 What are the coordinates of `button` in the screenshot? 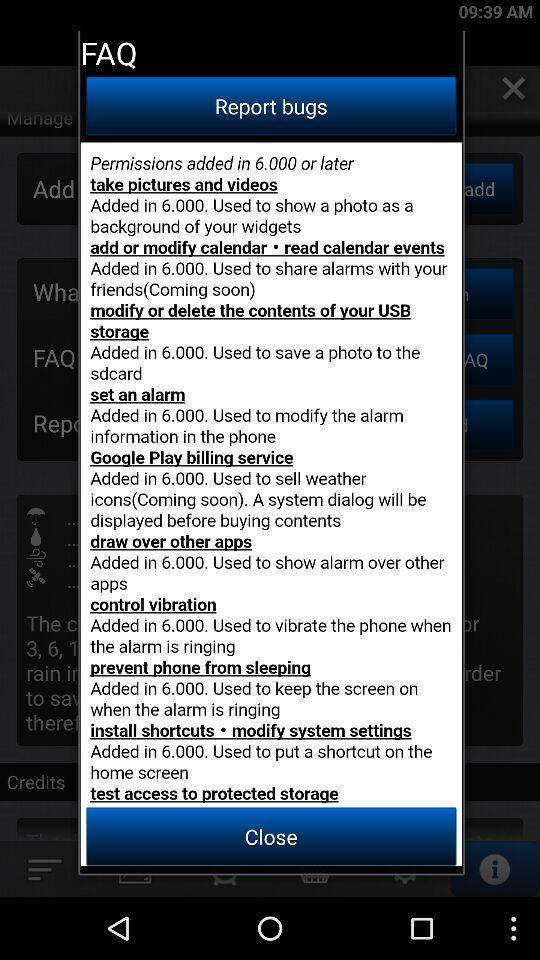 It's located at (270, 503).